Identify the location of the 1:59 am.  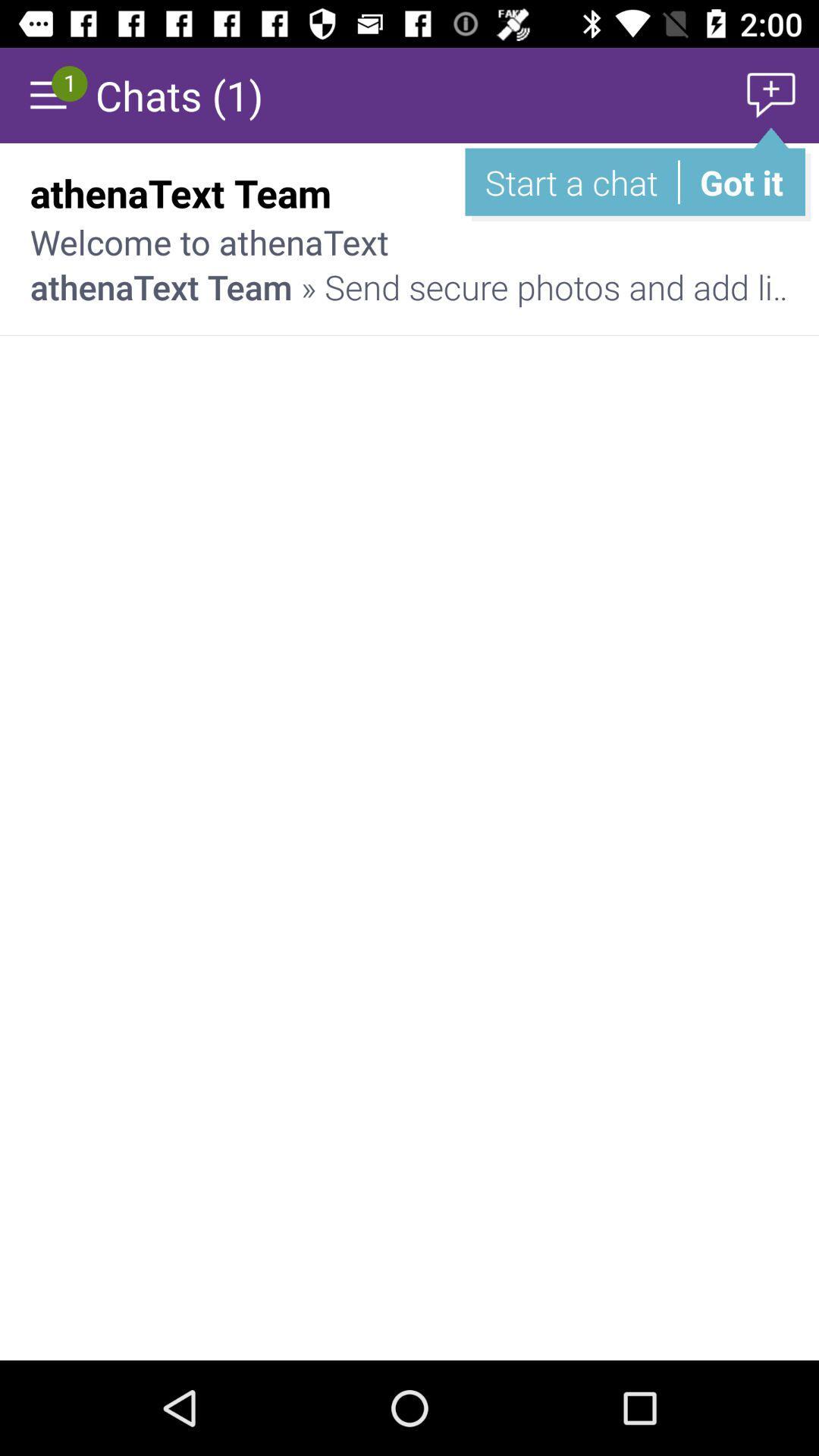
(735, 192).